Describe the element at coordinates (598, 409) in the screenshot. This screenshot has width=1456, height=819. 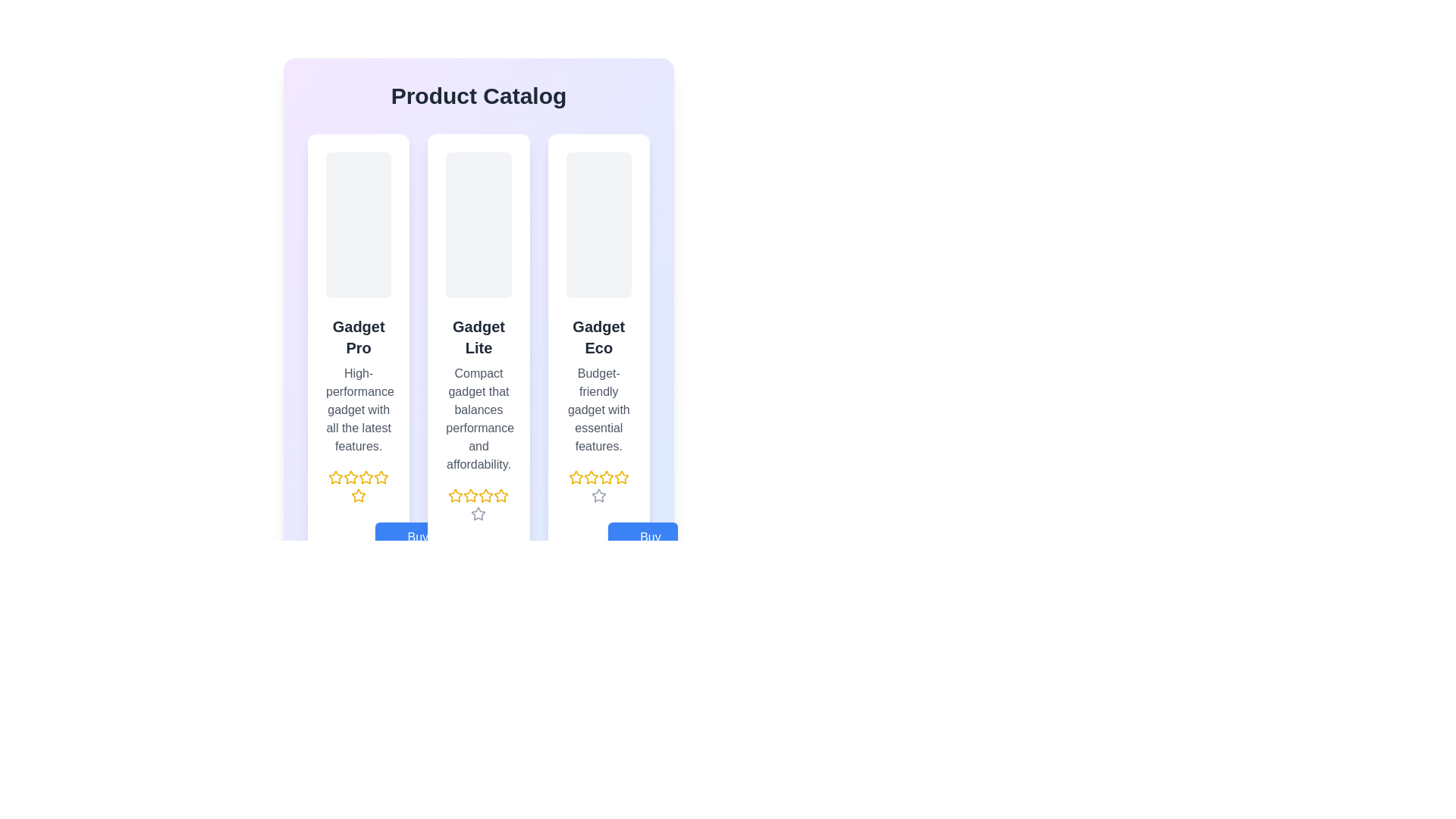
I see `the text label that reads 'Budget-friendly gadget with essential features.' positioned beneath the title 'Gadget Eco' in the third product card from the left` at that location.